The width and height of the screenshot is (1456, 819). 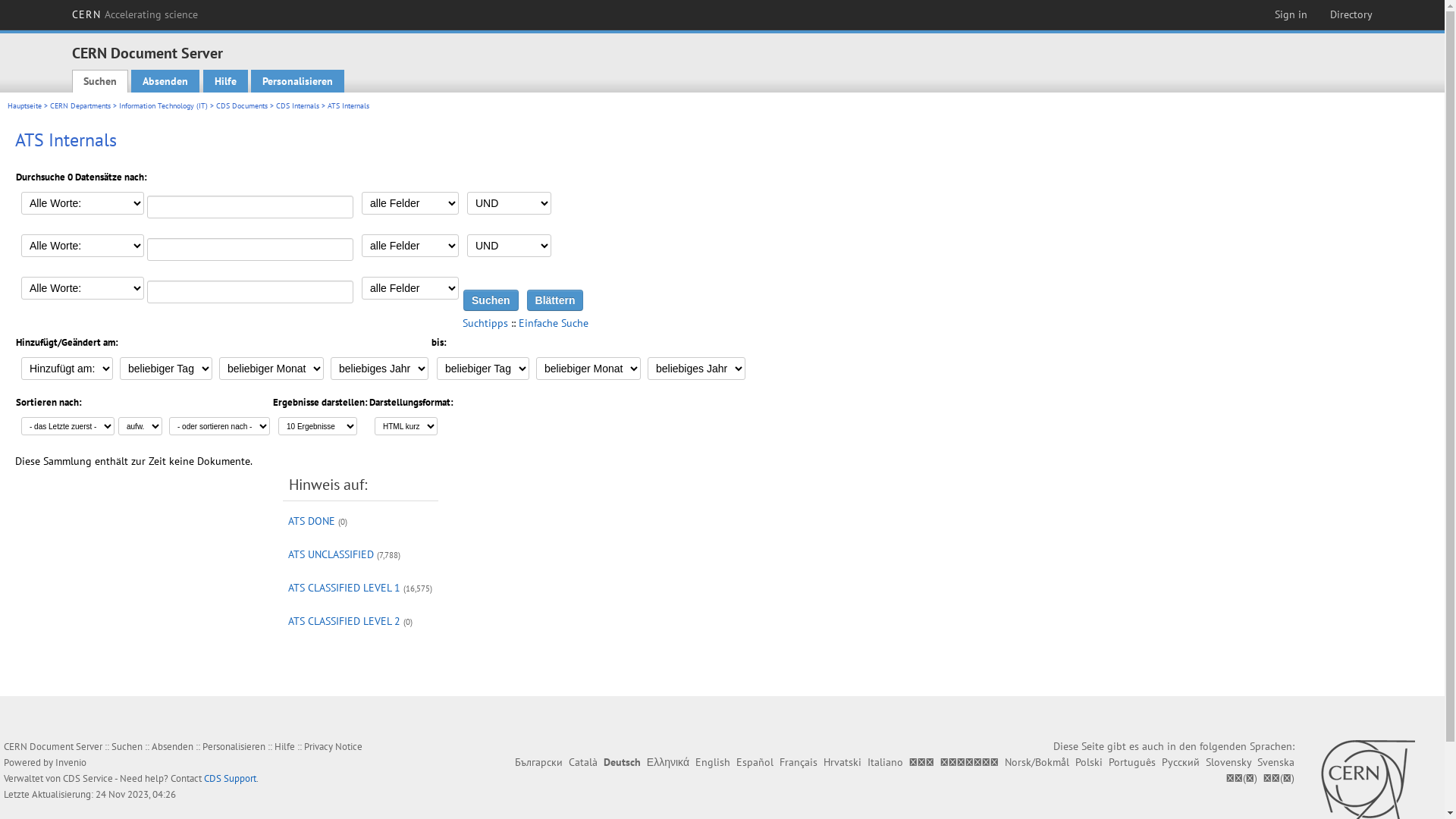 What do you see at coordinates (163, 105) in the screenshot?
I see `'Information Technology (IT)'` at bounding box center [163, 105].